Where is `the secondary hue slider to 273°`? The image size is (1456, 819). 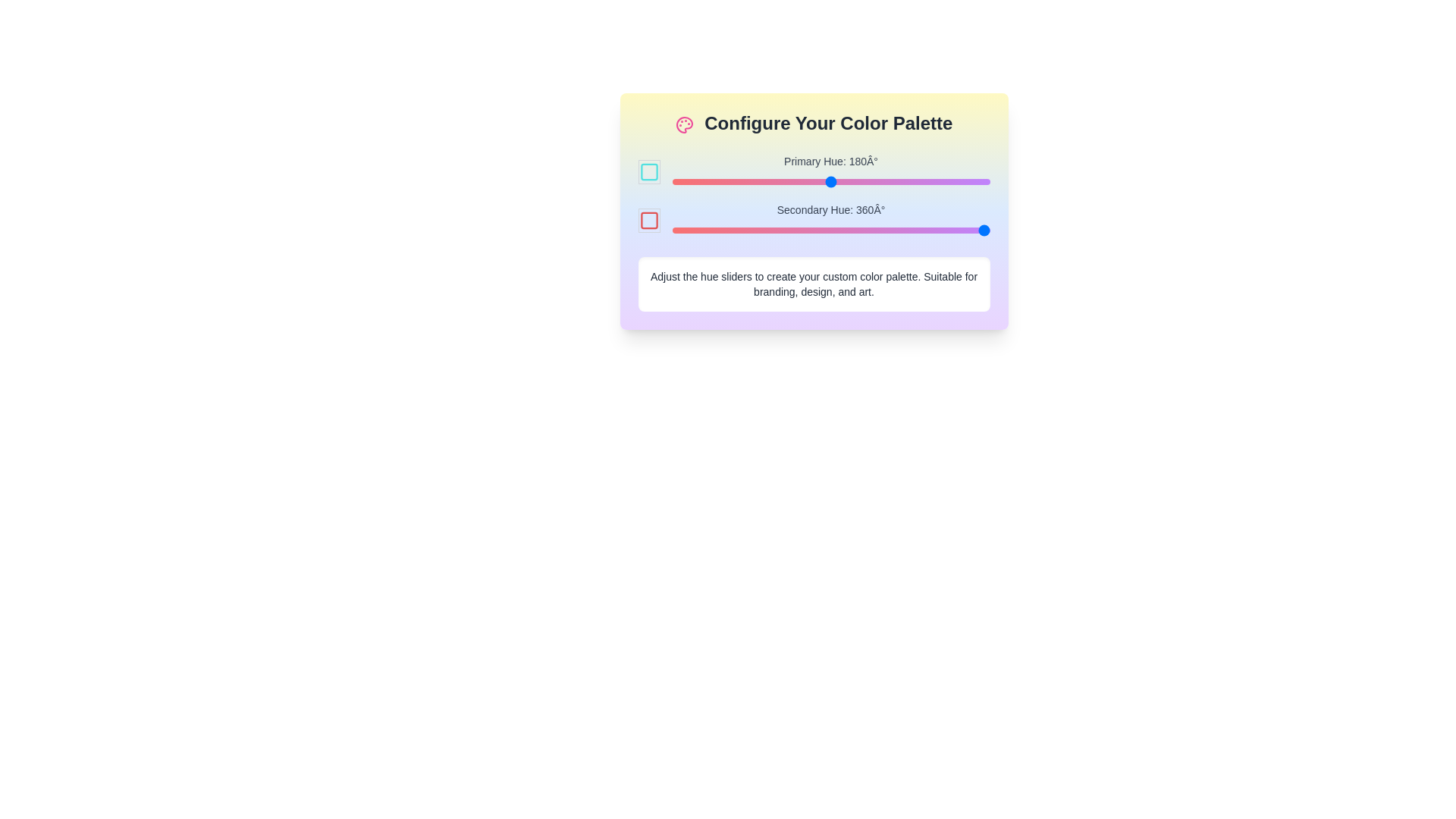 the secondary hue slider to 273° is located at coordinates (912, 231).